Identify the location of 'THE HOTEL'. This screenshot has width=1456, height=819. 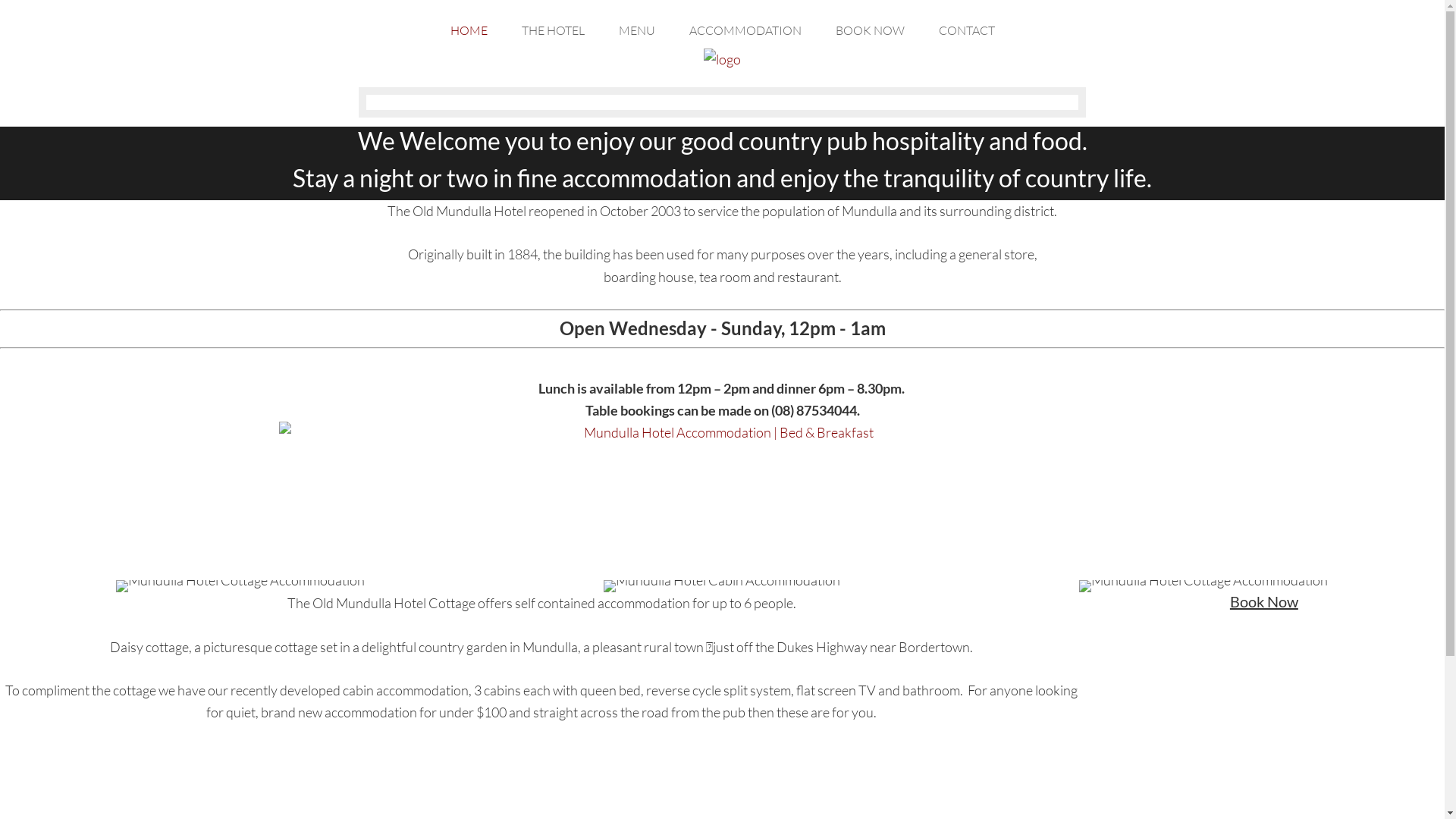
(551, 26).